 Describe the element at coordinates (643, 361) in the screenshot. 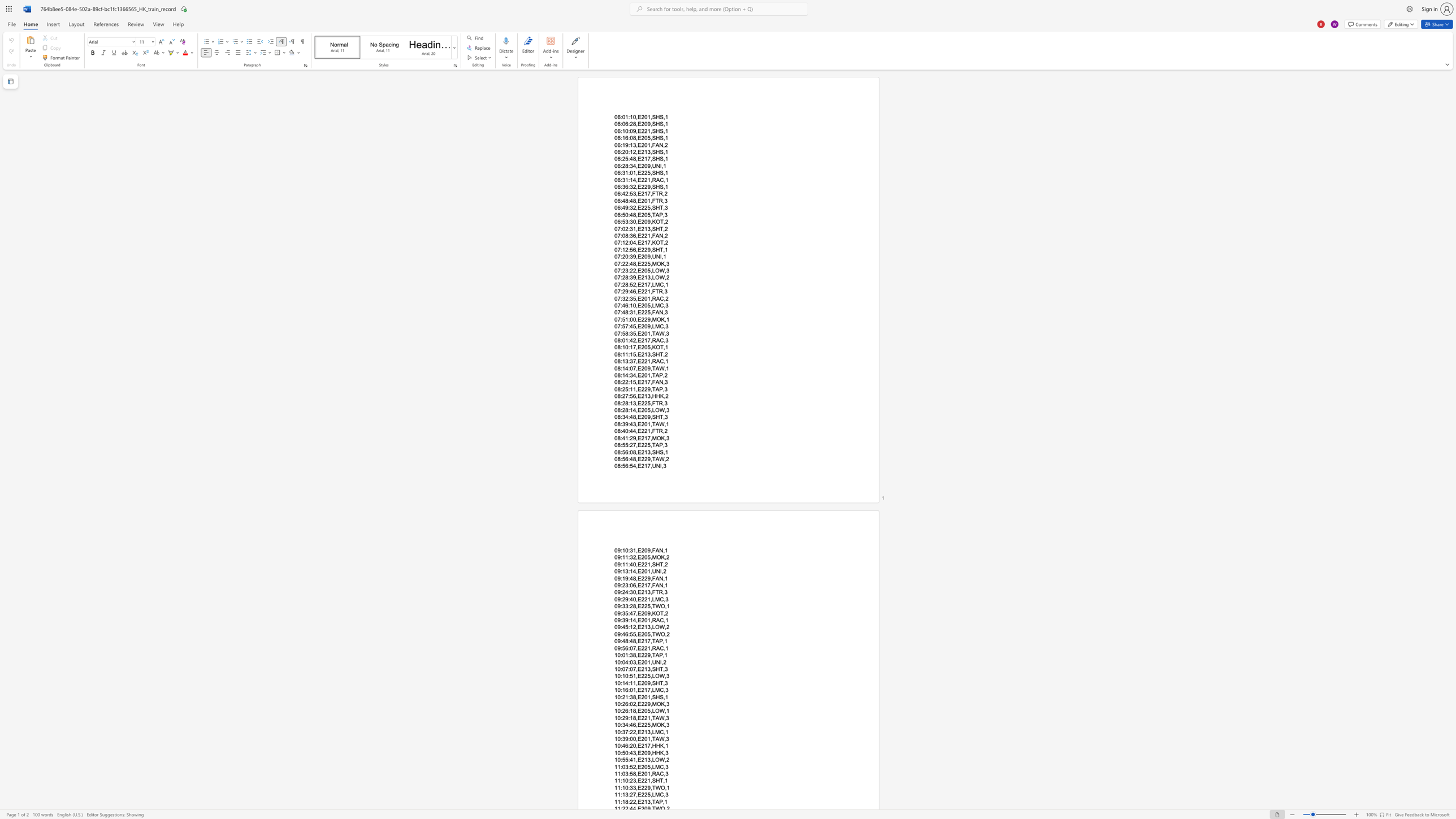

I see `the space between the continuous character "2" and "2" in the text` at that location.